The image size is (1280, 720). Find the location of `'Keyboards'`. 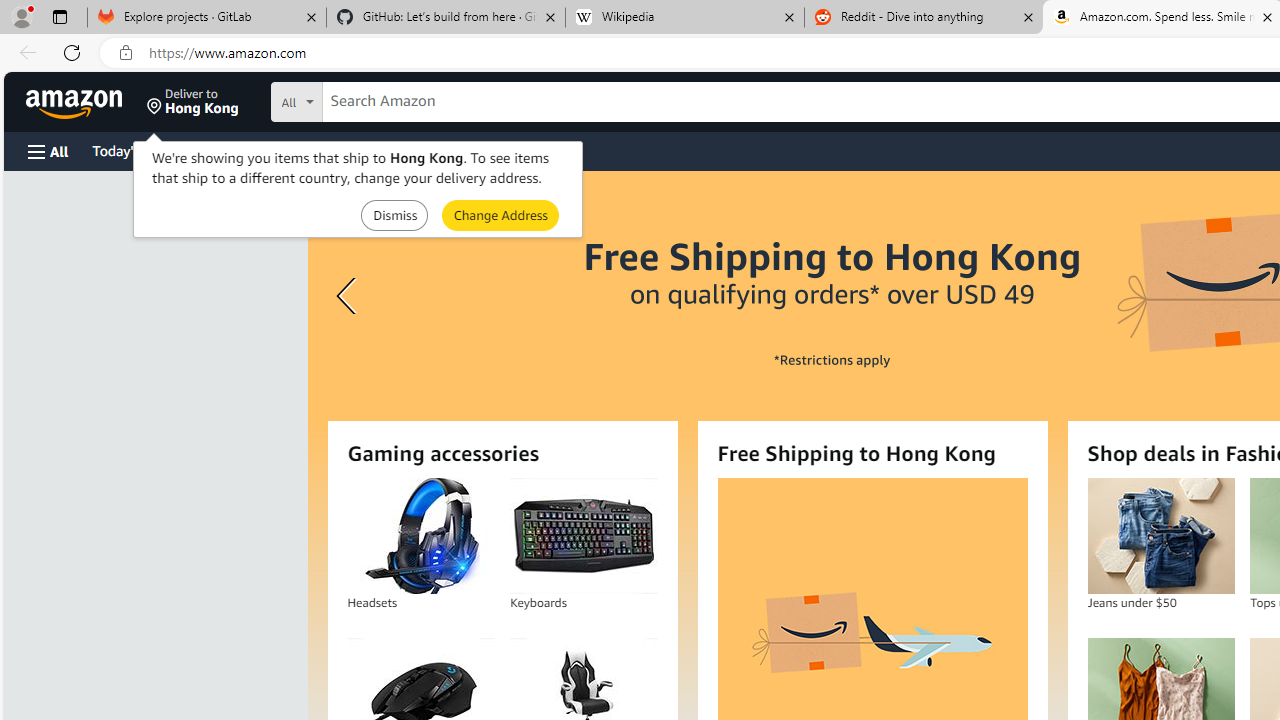

'Keyboards' is located at coordinates (582, 535).